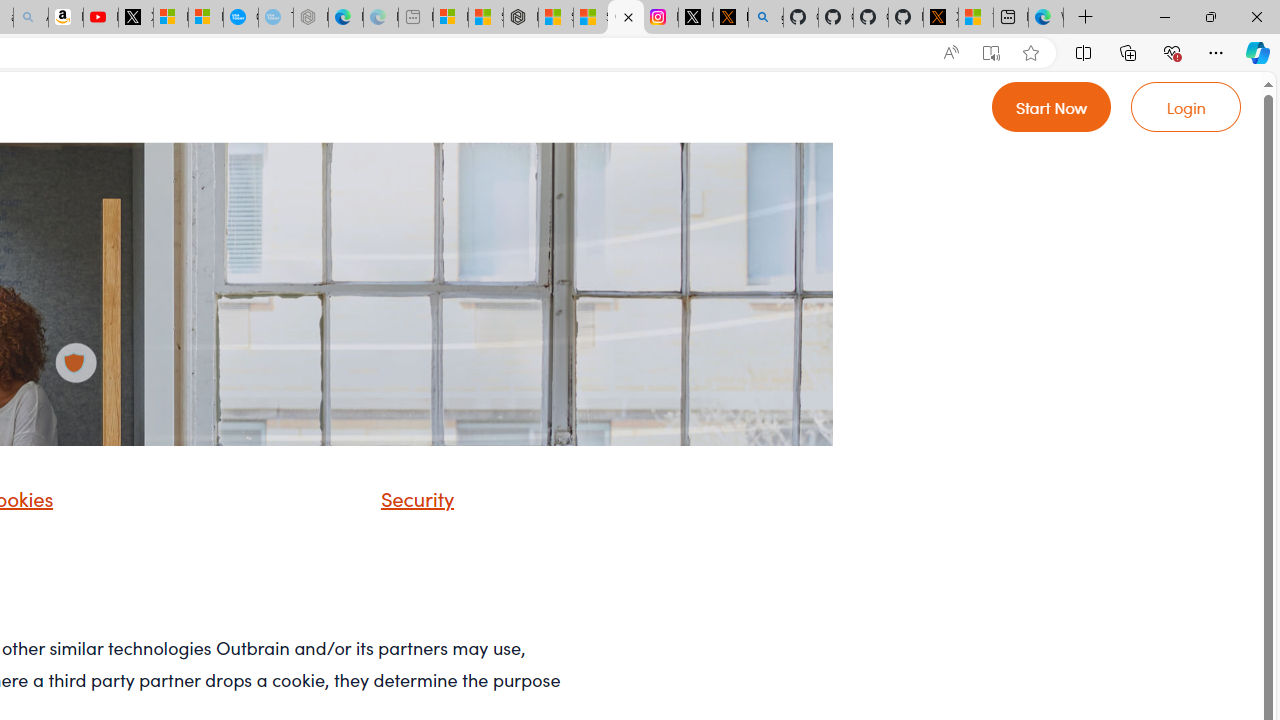  What do you see at coordinates (991, 52) in the screenshot?
I see `'Enter Immersive Reader (F9)'` at bounding box center [991, 52].